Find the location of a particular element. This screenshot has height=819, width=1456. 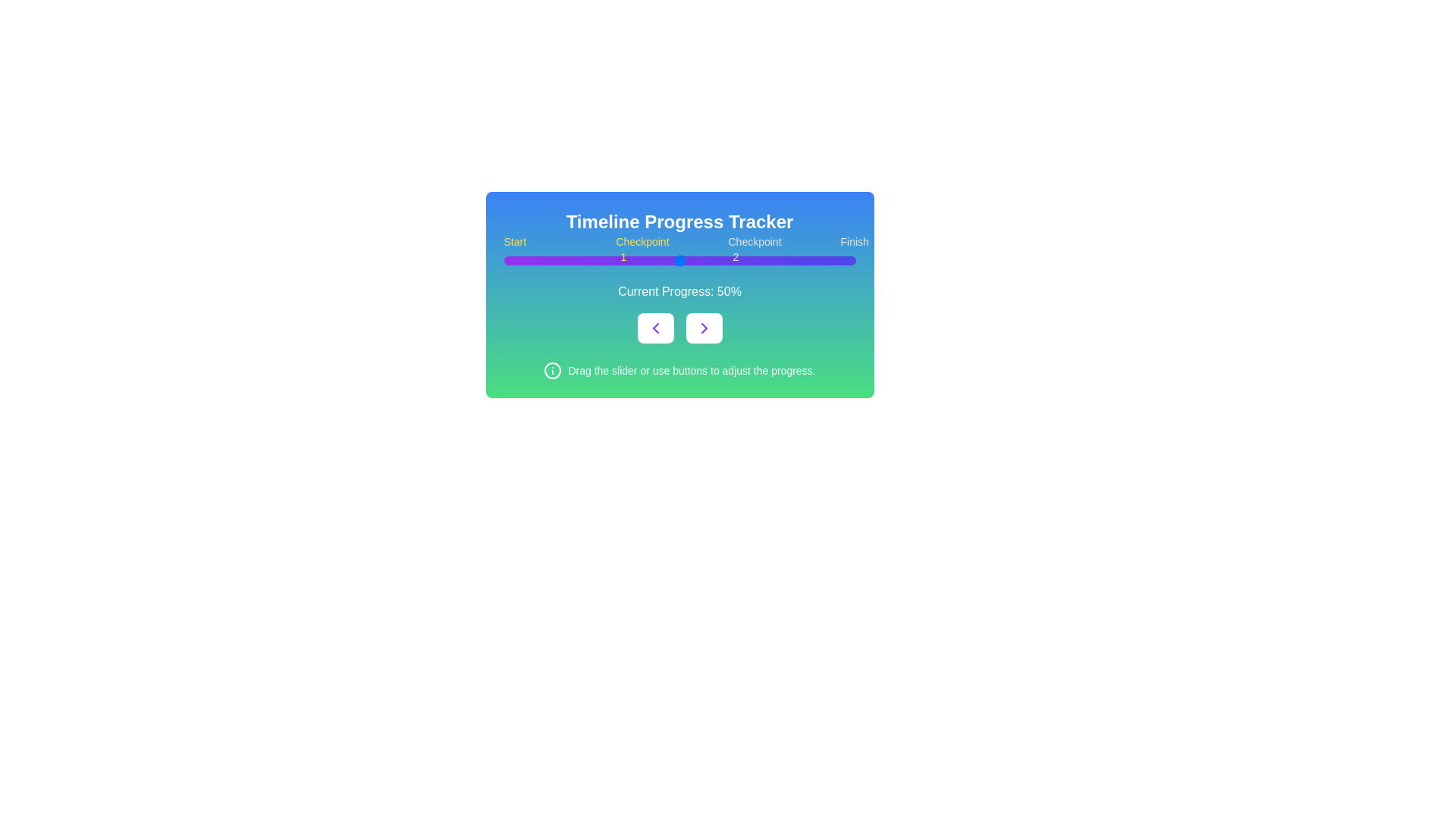

the progress is located at coordinates (538, 259).